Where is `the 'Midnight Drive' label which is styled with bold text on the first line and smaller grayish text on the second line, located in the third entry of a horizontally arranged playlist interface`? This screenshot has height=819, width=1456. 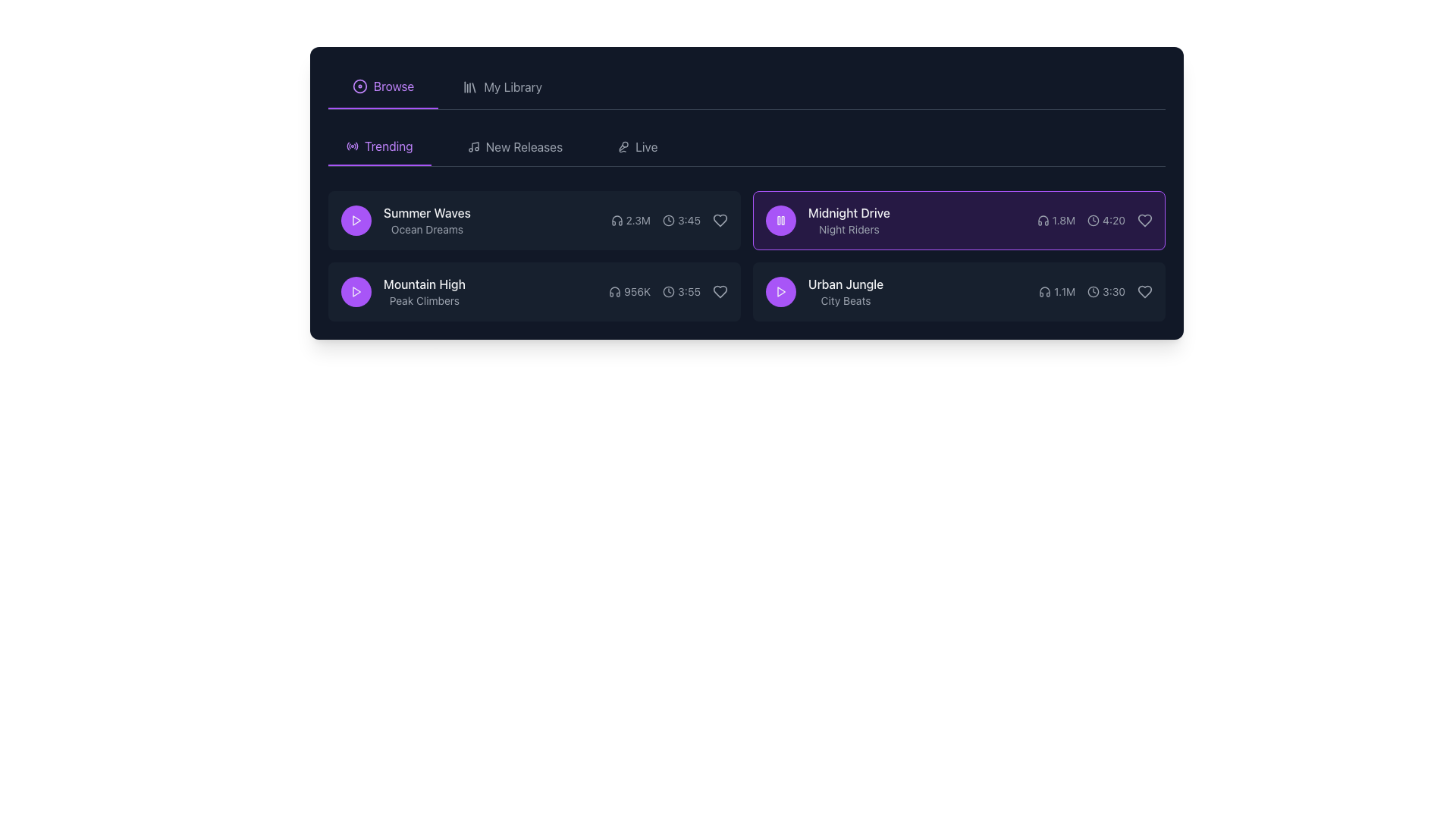
the 'Midnight Drive' label which is styled with bold text on the first line and smaller grayish text on the second line, located in the third entry of a horizontally arranged playlist interface is located at coordinates (848, 220).